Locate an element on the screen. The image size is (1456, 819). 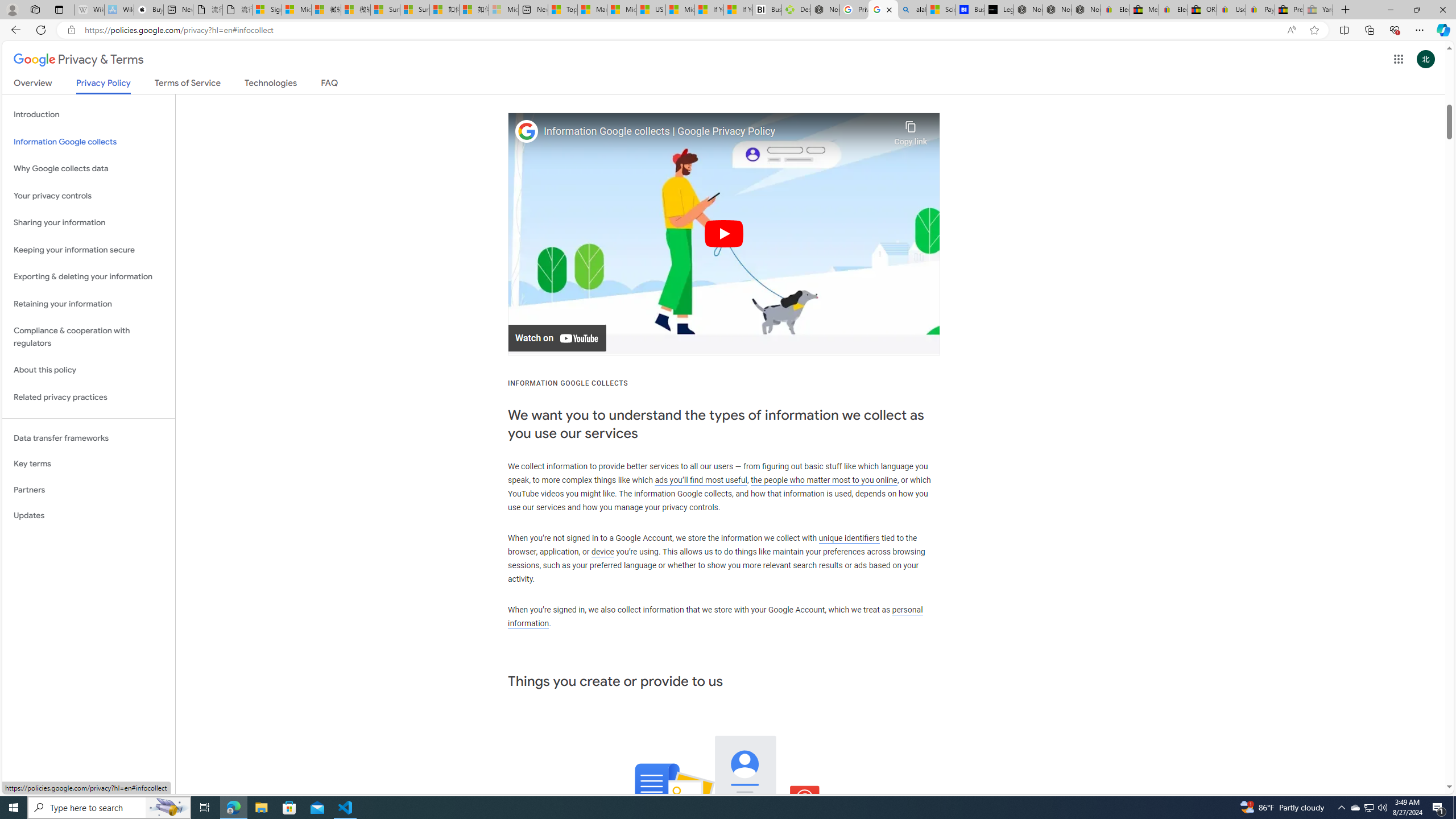
'Yard, Garden & Outdoor Living - Sleeping' is located at coordinates (1318, 9).